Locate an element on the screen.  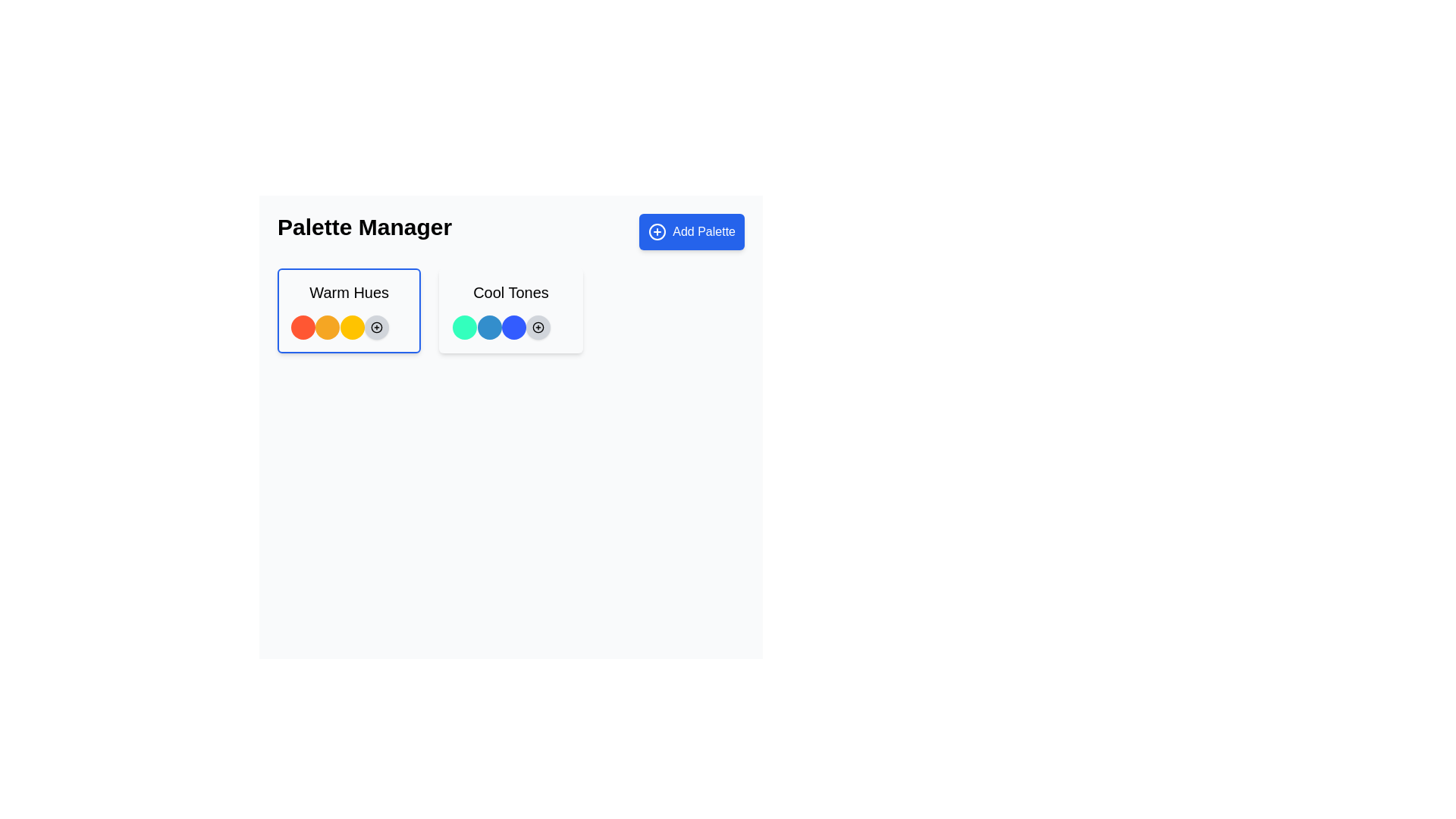
the third circular Color Swatch with a blue background in the 'Cool Tones' palette is located at coordinates (513, 327).